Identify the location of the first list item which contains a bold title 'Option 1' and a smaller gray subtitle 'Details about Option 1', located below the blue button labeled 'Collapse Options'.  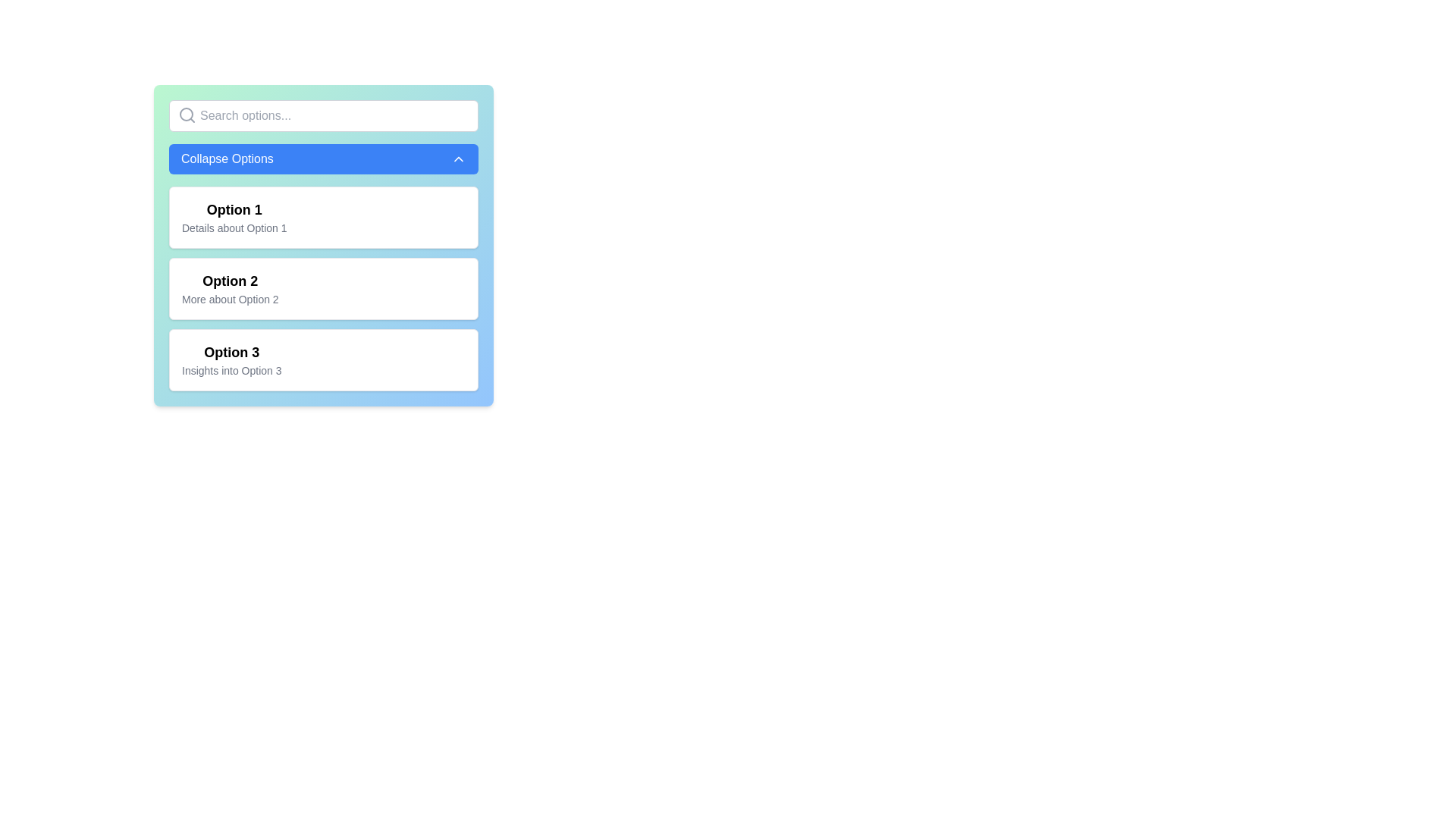
(234, 217).